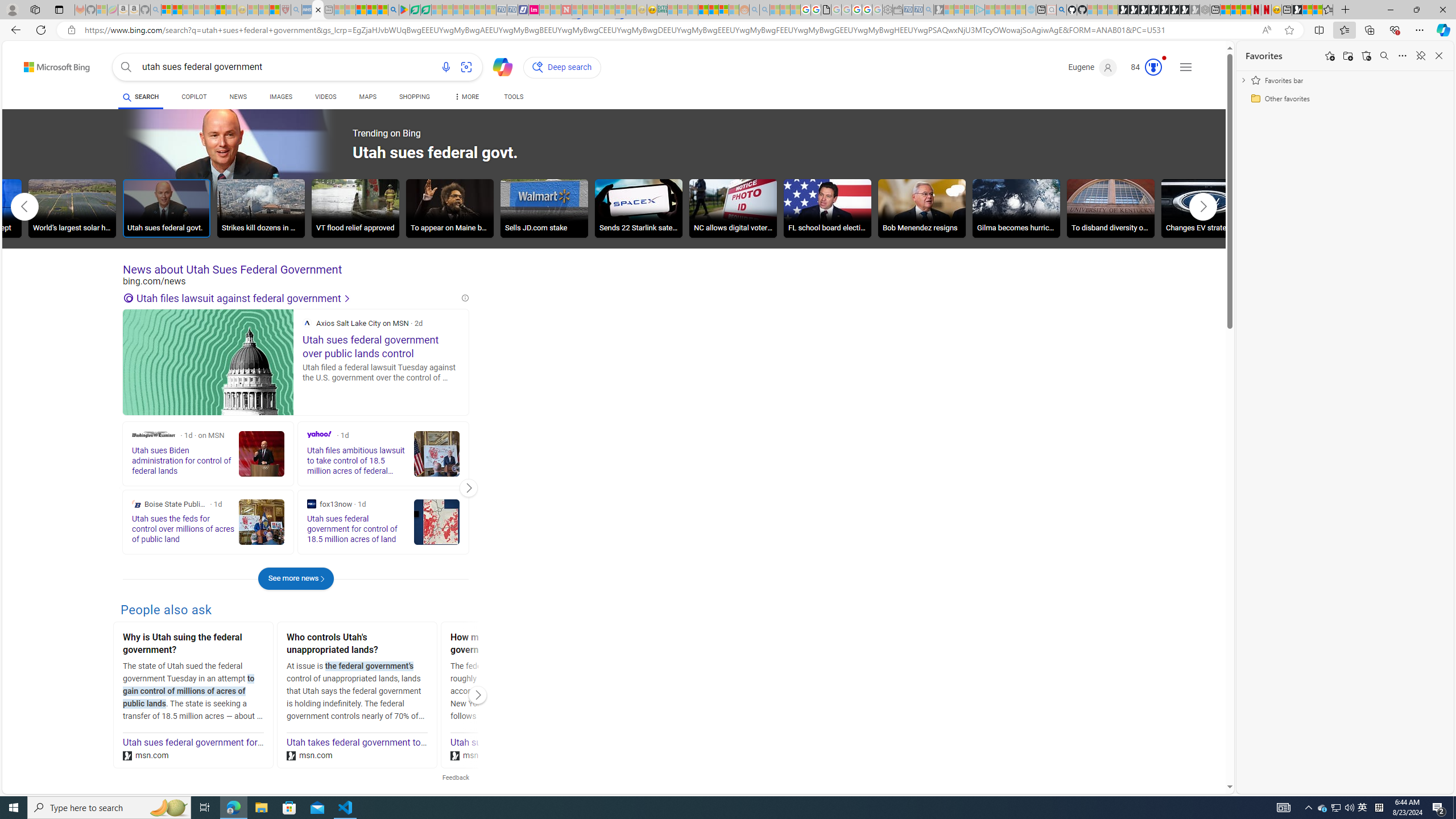 The width and height of the screenshot is (1456, 819). What do you see at coordinates (1203, 753) in the screenshot?
I see `'Search more'` at bounding box center [1203, 753].